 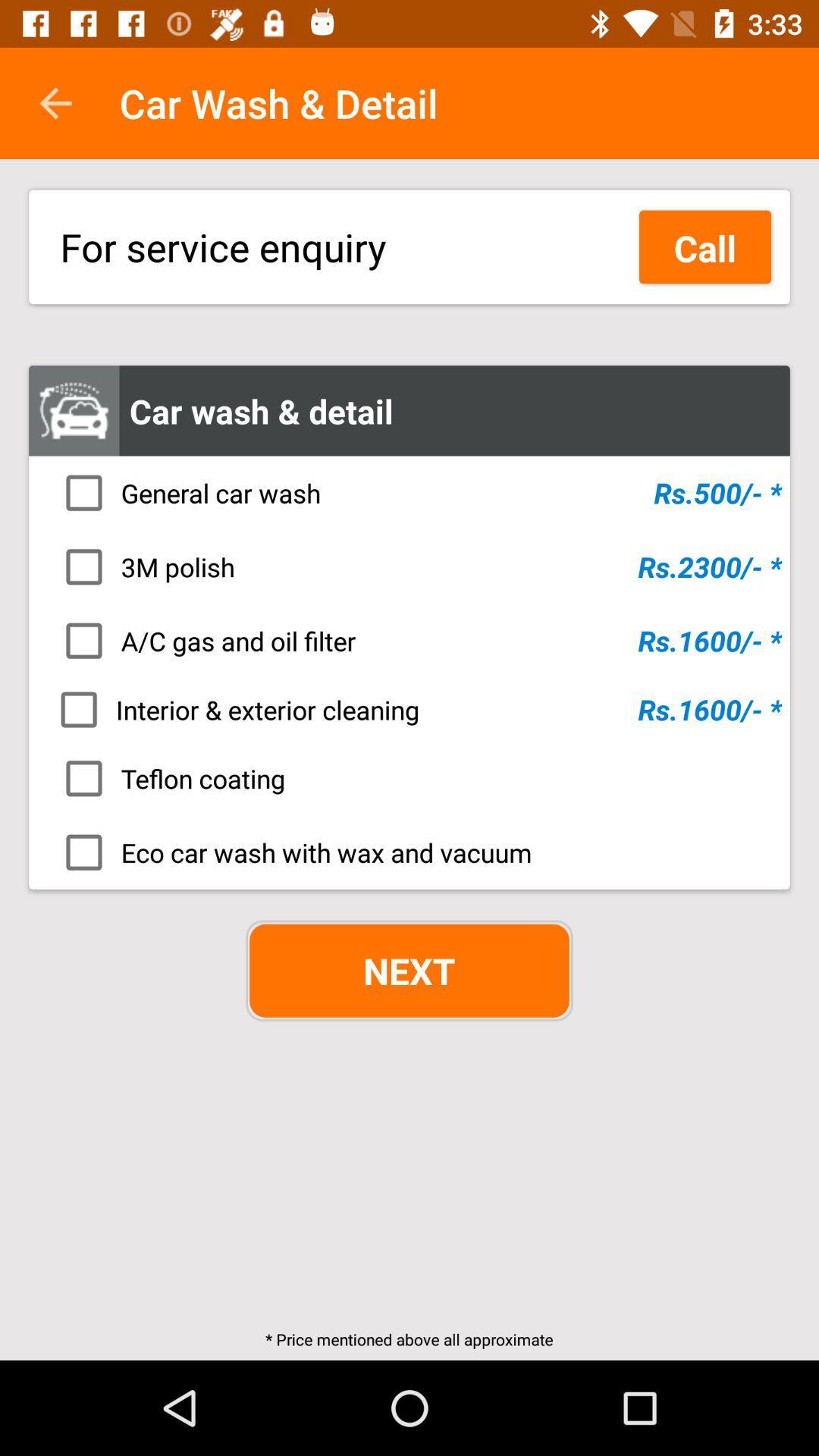 I want to click on icon above a c gas icon, so click(x=414, y=566).